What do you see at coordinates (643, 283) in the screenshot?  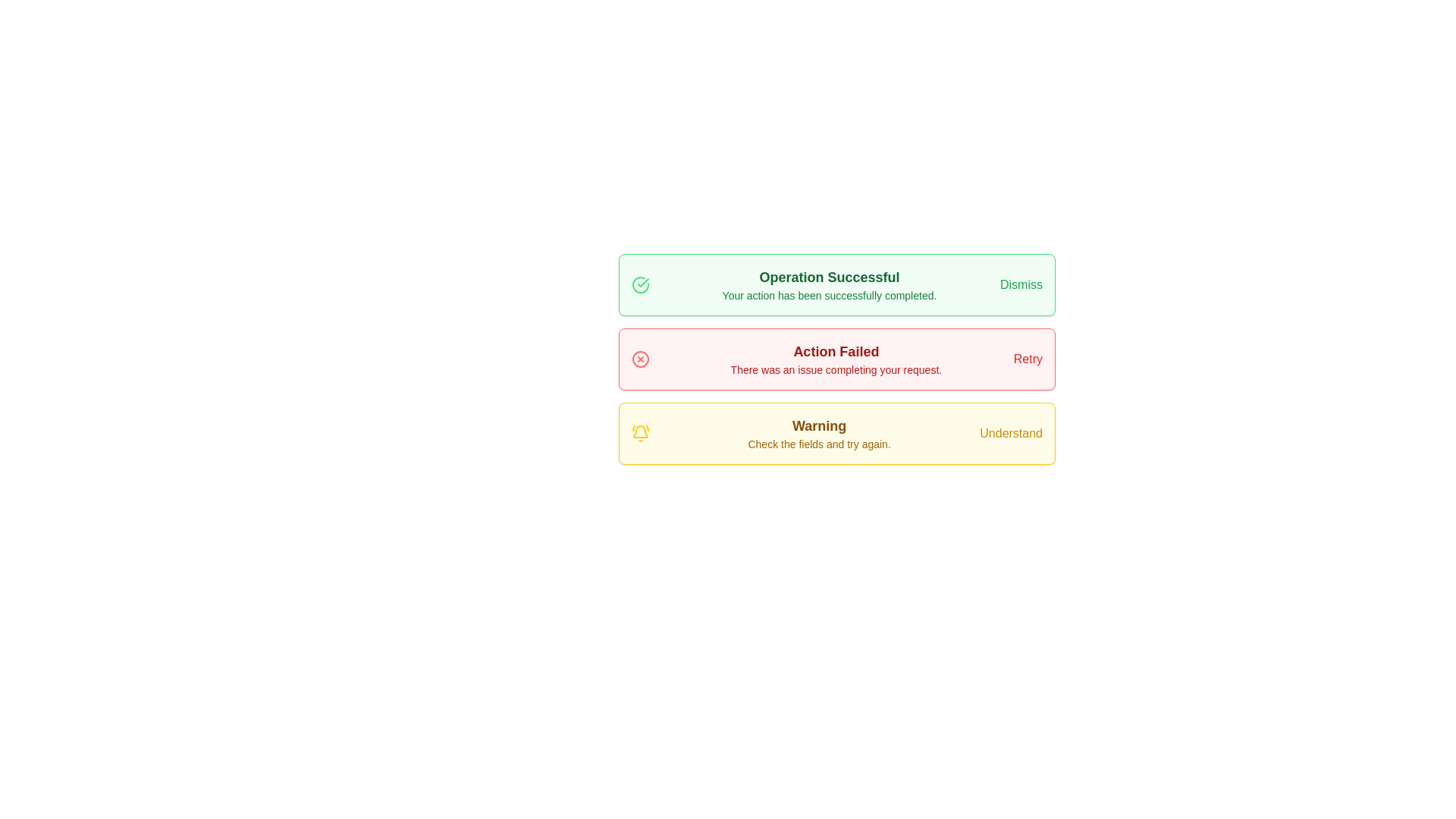 I see `the green checkmark icon indicating success, which is part of the success message notification bar aligned with the text 'Operation Successful'` at bounding box center [643, 283].